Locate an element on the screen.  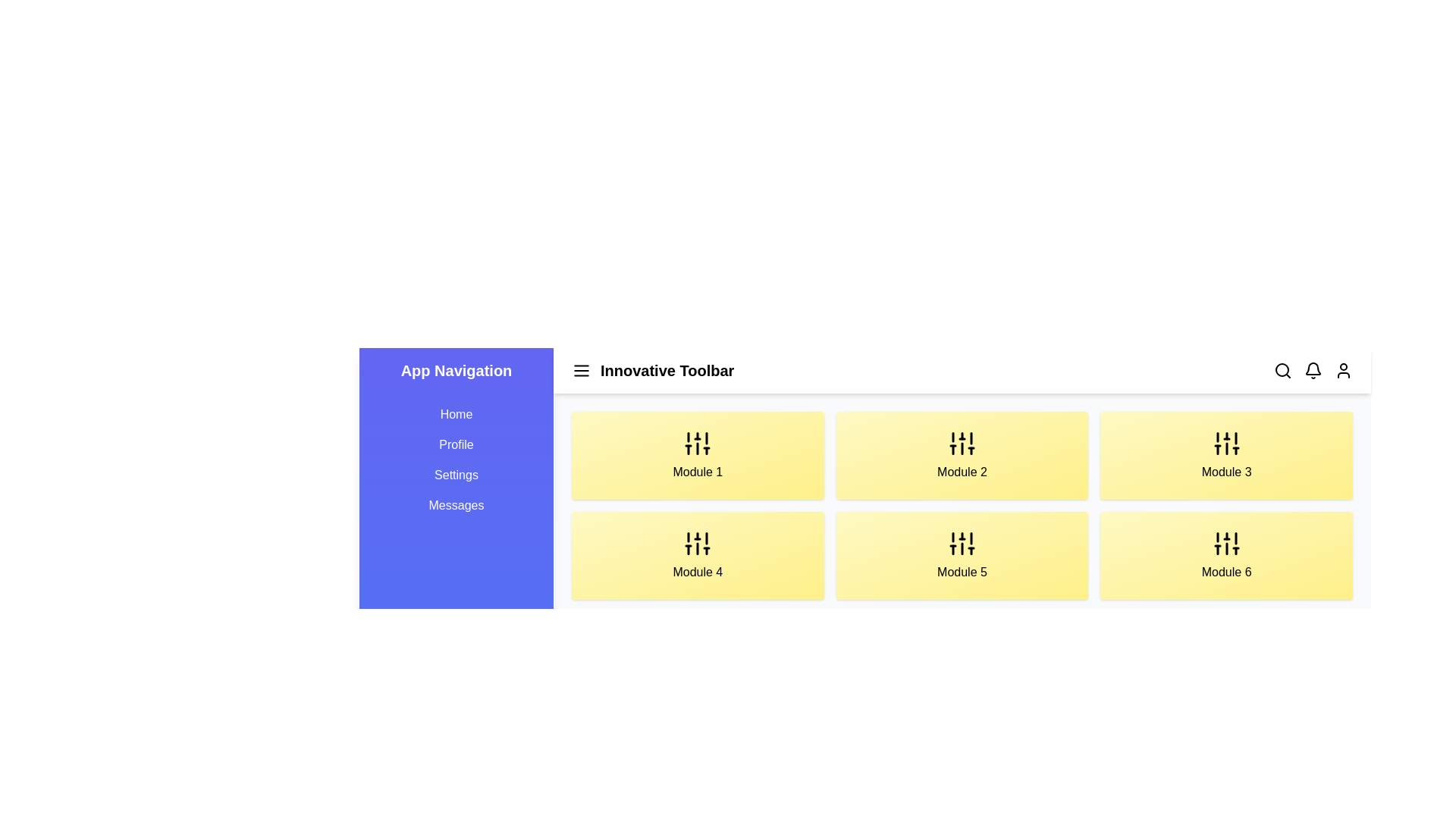
the navigation link labeled Settings is located at coordinates (455, 475).